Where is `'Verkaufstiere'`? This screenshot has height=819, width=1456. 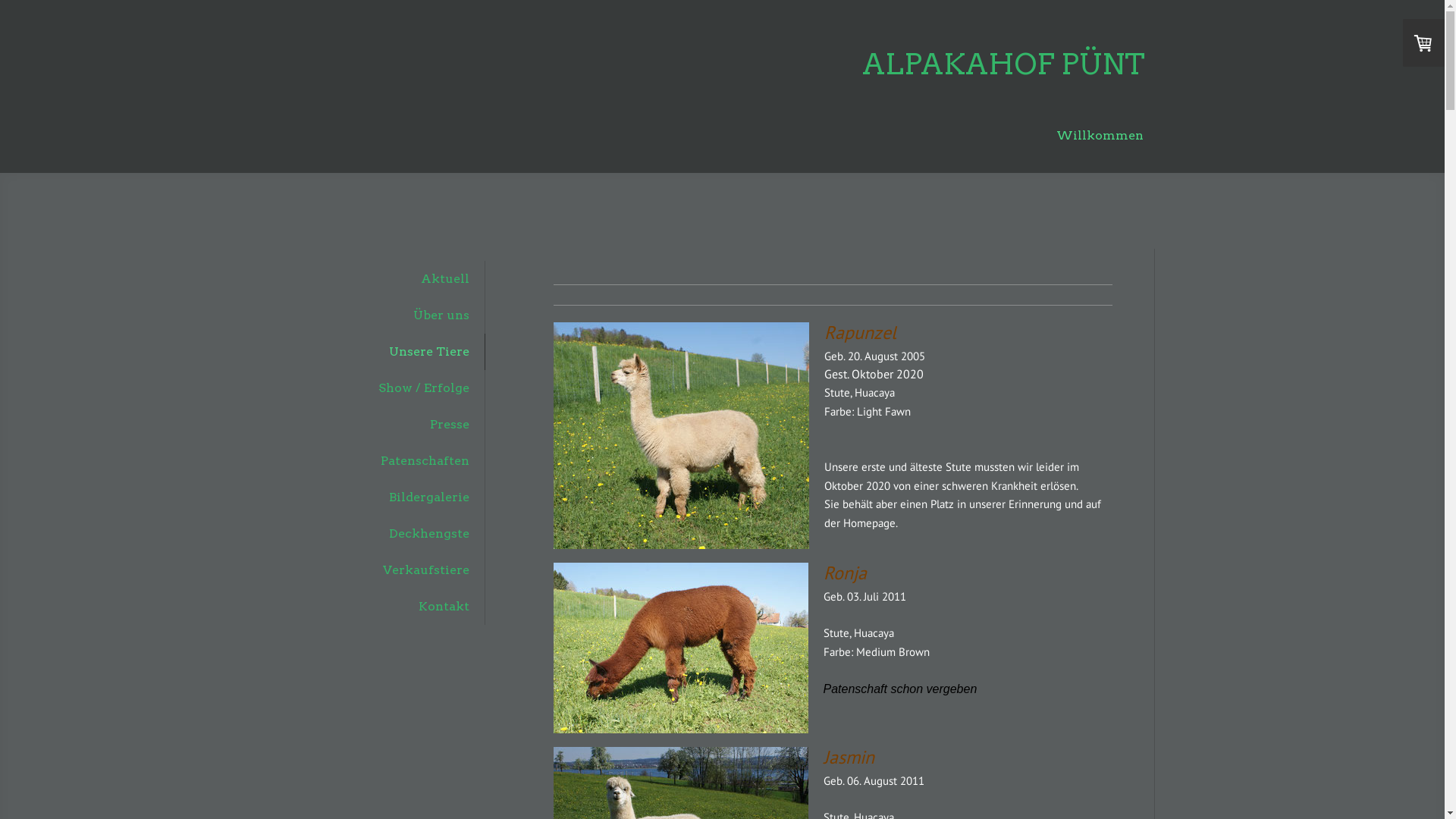 'Verkaufstiere' is located at coordinates (403, 570).